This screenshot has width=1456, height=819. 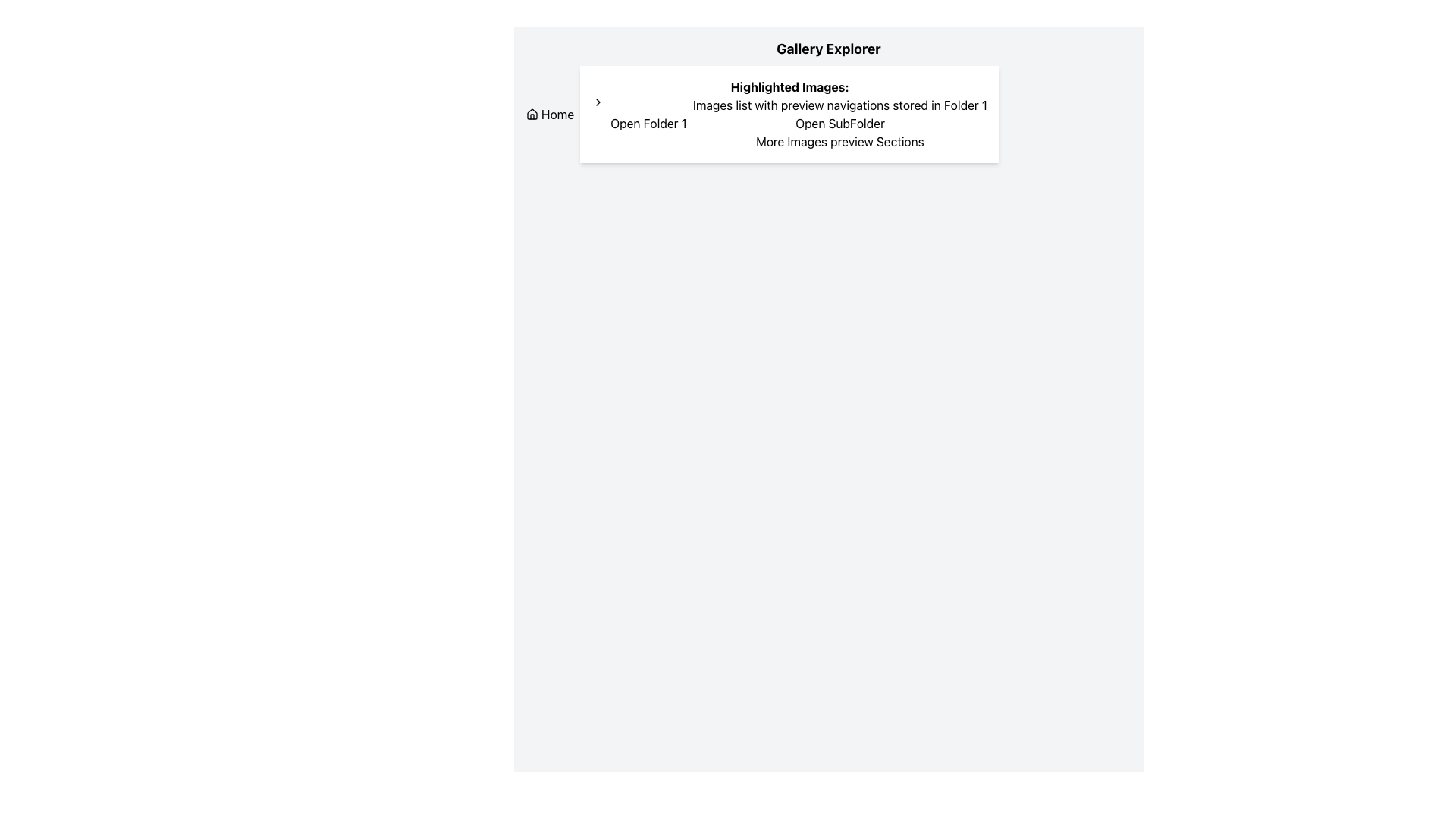 What do you see at coordinates (839, 104) in the screenshot?
I see `the text label that reads 'Images list with preview navigations stored in Folder 1', which is located under the header 'Highlighted Images:'` at bounding box center [839, 104].